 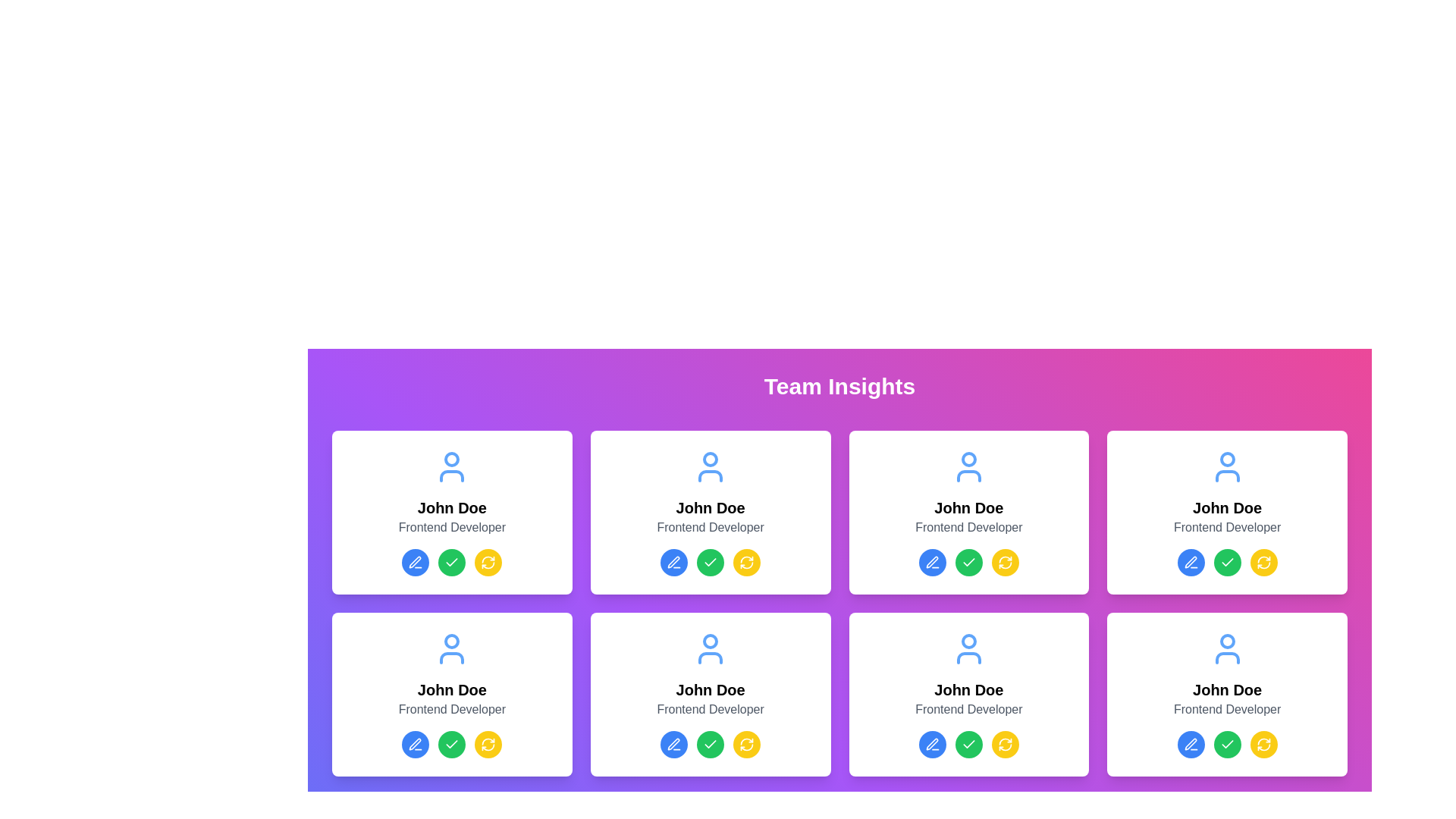 What do you see at coordinates (1190, 744) in the screenshot?
I see `the circular blue button with a white pen icon, which is the leftmost button in the bottom row of three buttons on the second card in the second column` at bounding box center [1190, 744].